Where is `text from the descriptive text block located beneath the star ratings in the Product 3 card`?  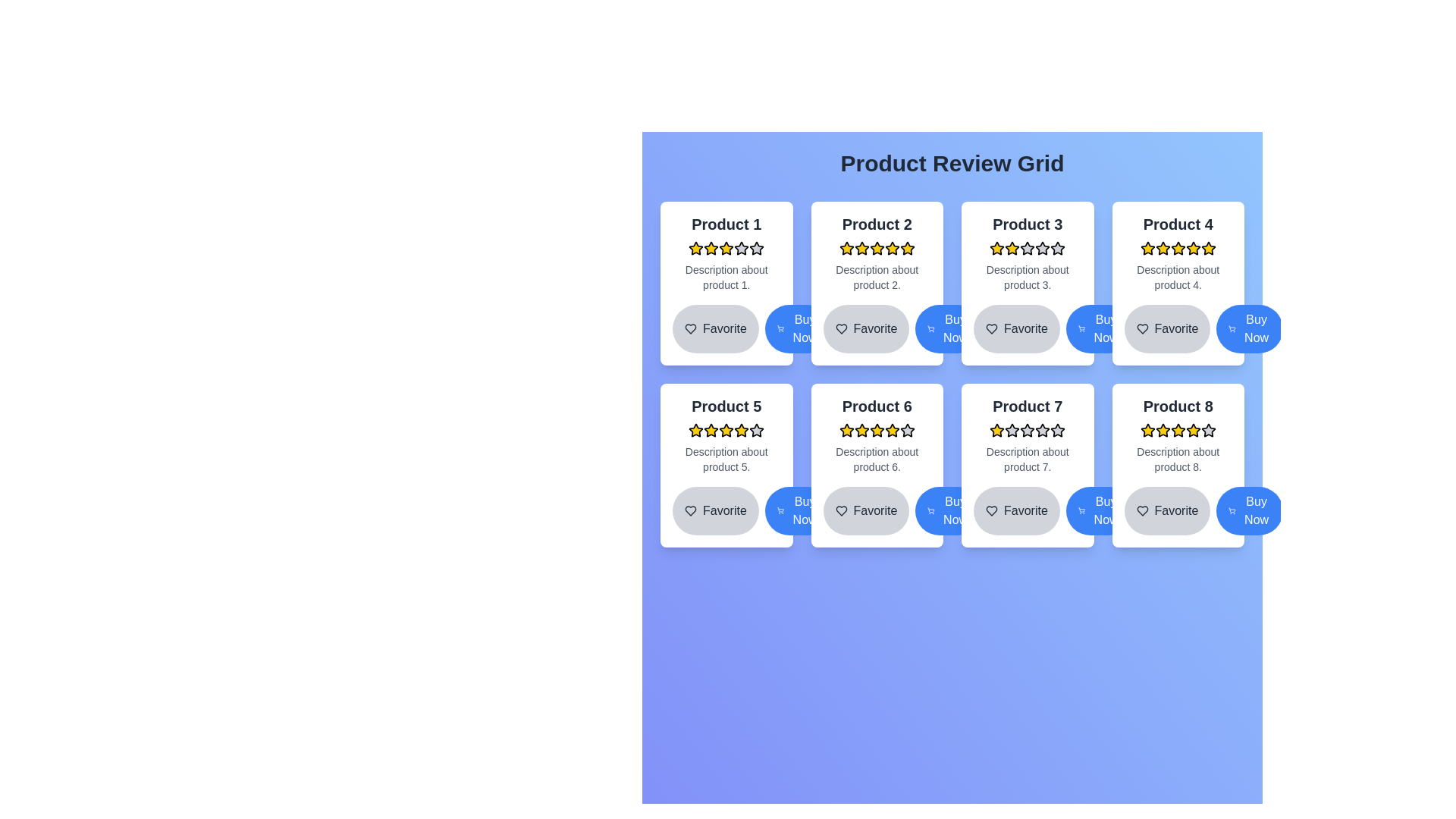
text from the descriptive text block located beneath the star ratings in the Product 3 card is located at coordinates (1028, 278).